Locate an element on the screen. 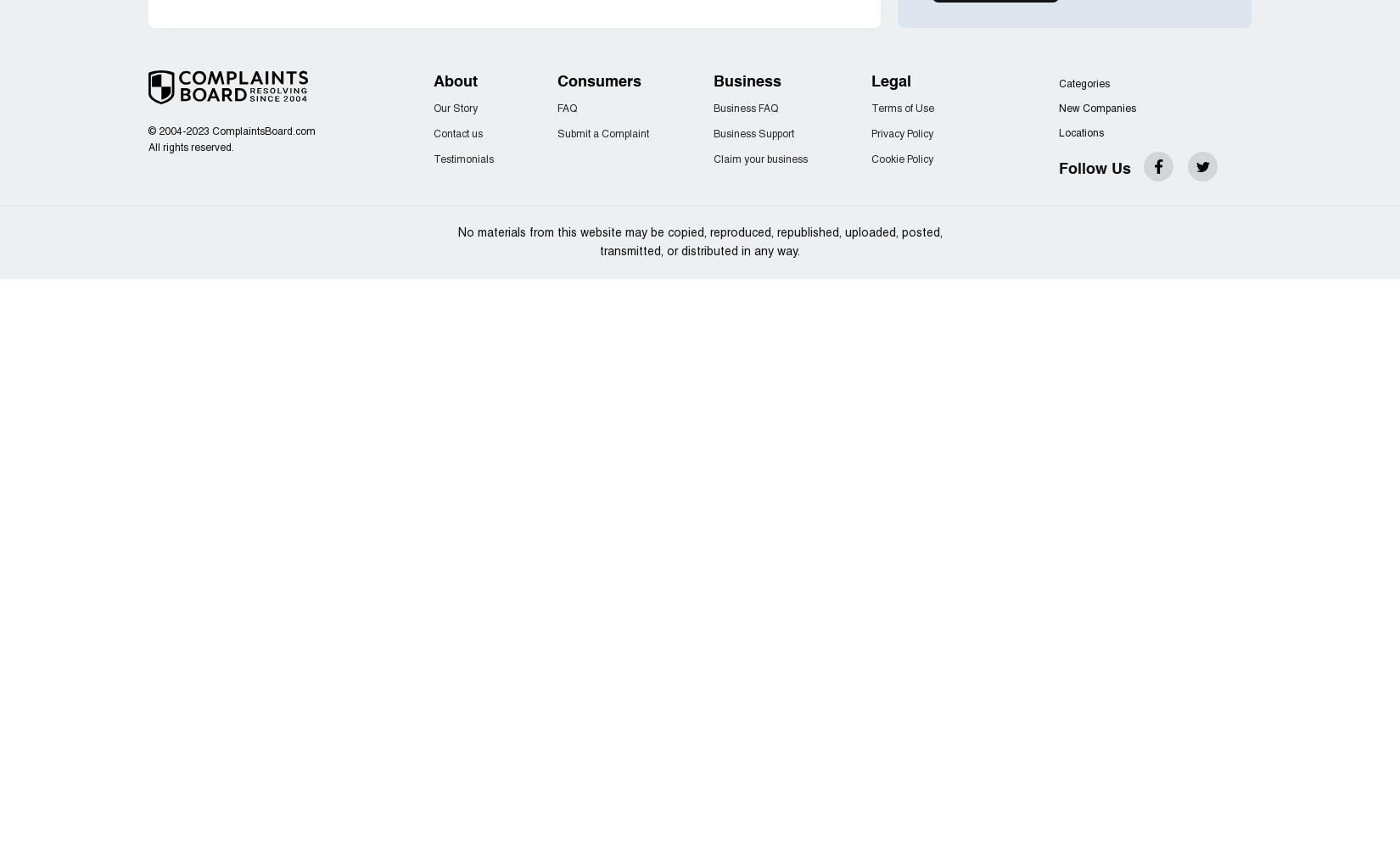 The height and width of the screenshot is (848, 1400). 'Claim your business' is located at coordinates (759, 159).